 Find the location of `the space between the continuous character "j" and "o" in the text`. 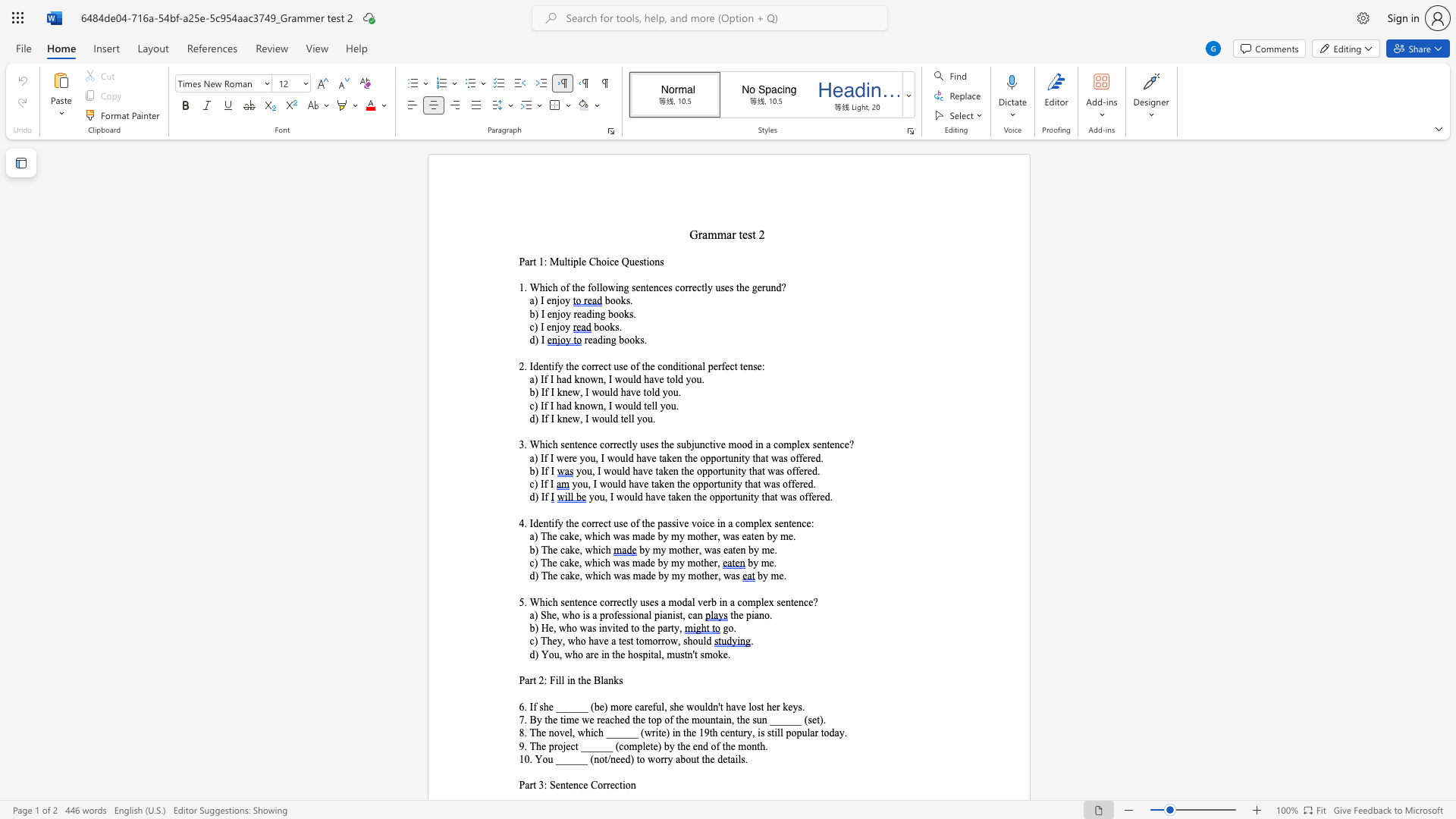

the space between the continuous character "j" and "o" in the text is located at coordinates (560, 301).